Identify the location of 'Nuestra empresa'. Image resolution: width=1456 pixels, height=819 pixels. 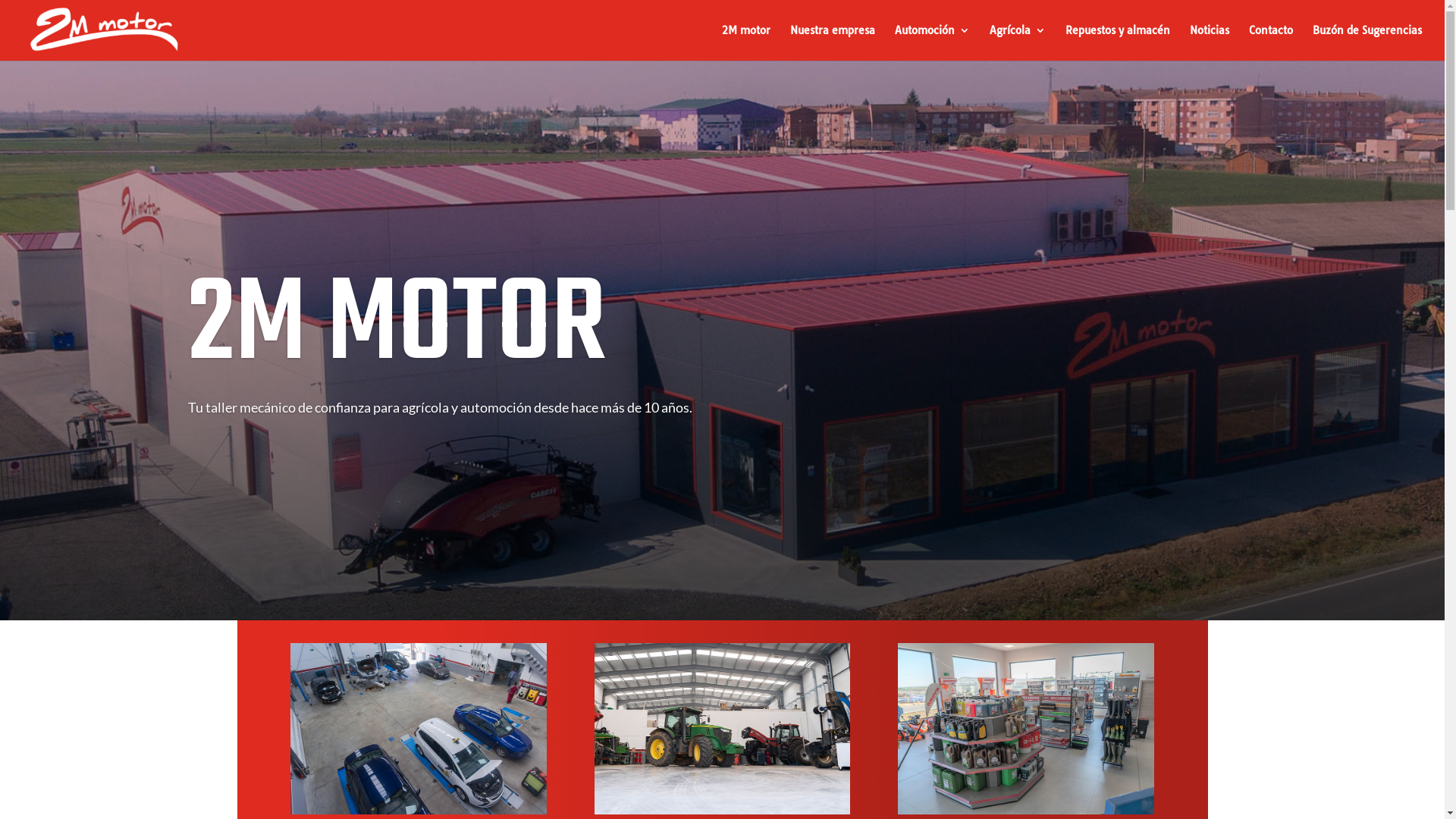
(789, 42).